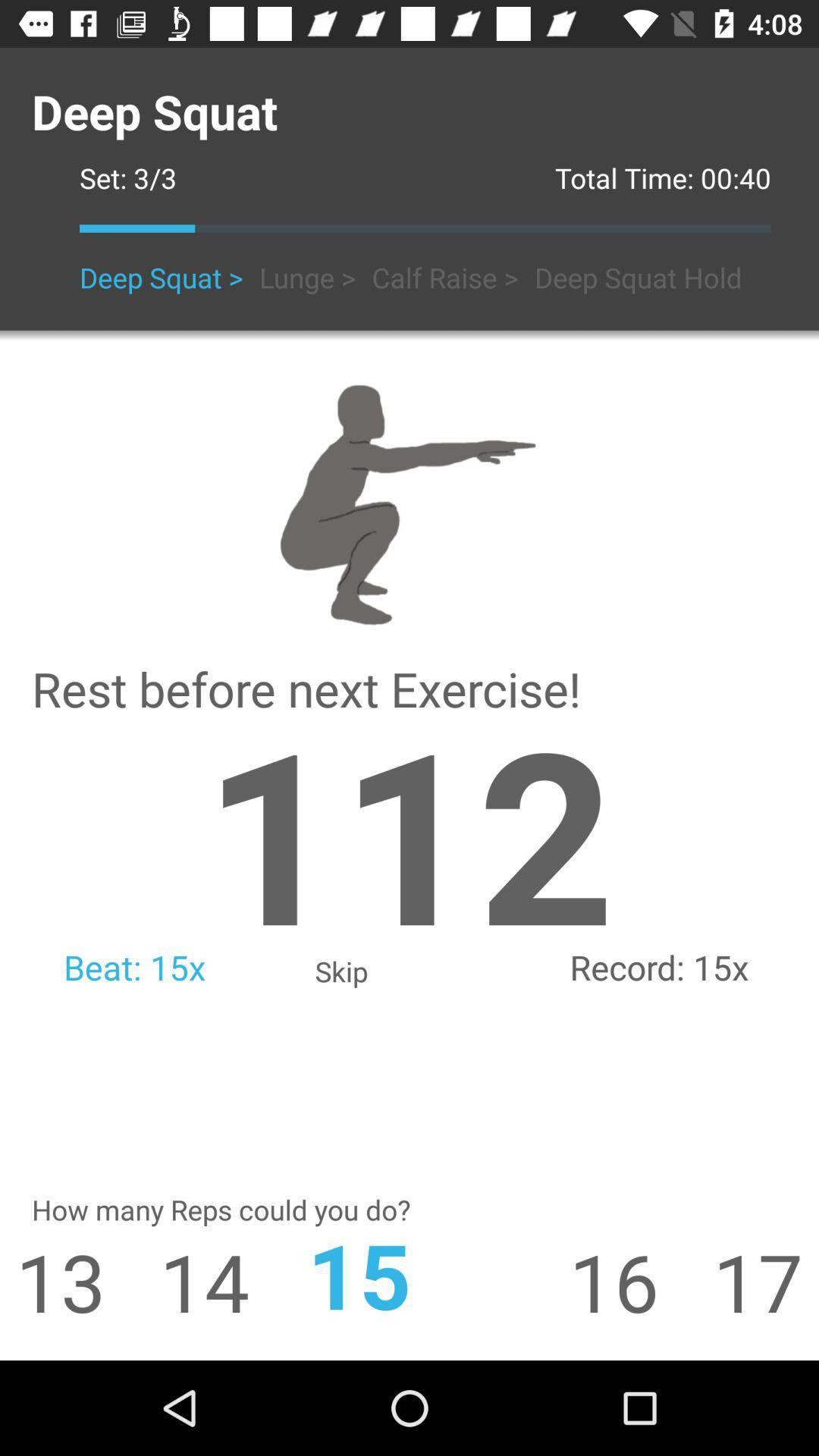 Image resolution: width=819 pixels, height=1456 pixels. I want to click on the icon next to the 14 item, so click(52, 1280).